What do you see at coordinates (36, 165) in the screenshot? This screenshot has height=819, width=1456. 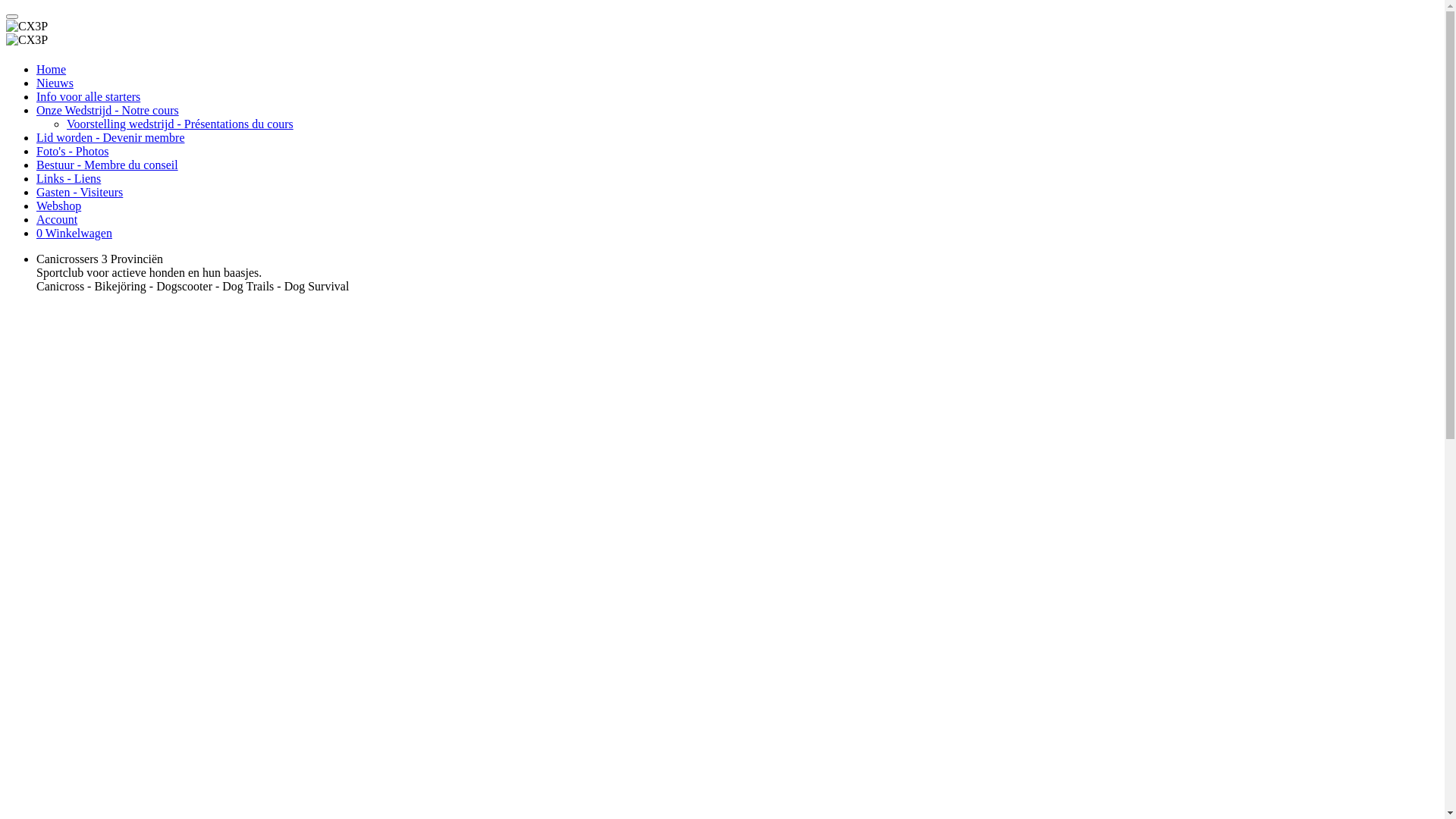 I see `'Bestuur - Membre du conseil'` at bounding box center [36, 165].